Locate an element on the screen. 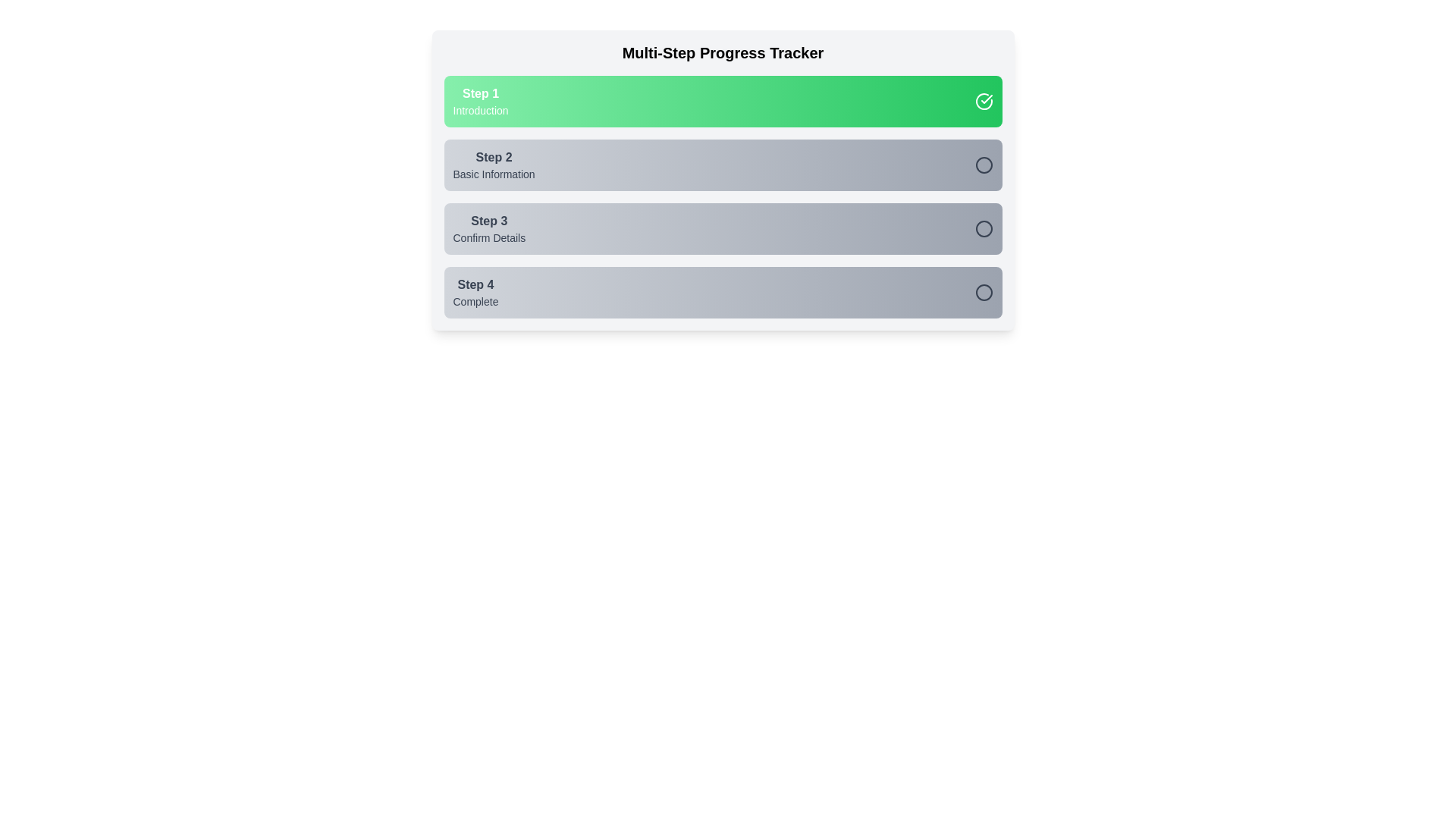 Image resolution: width=1456 pixels, height=819 pixels. the Toggle completion button (circular styled) to change its completion status, located in the 'Step 3 Confirm Details' section adjacent to the 'Confirm Details' text is located at coordinates (984, 228).